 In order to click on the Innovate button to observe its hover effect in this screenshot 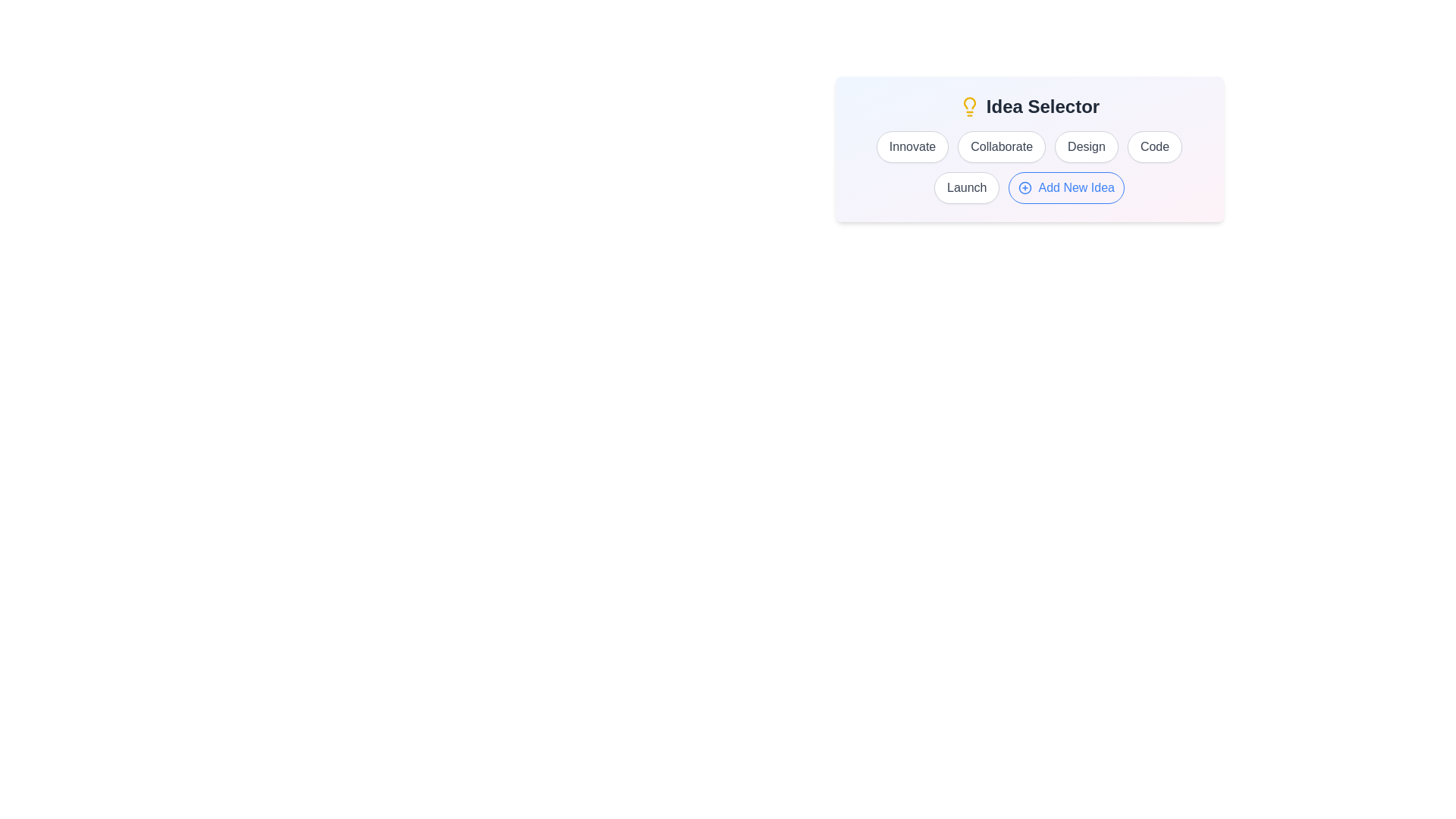, I will do `click(912, 146)`.